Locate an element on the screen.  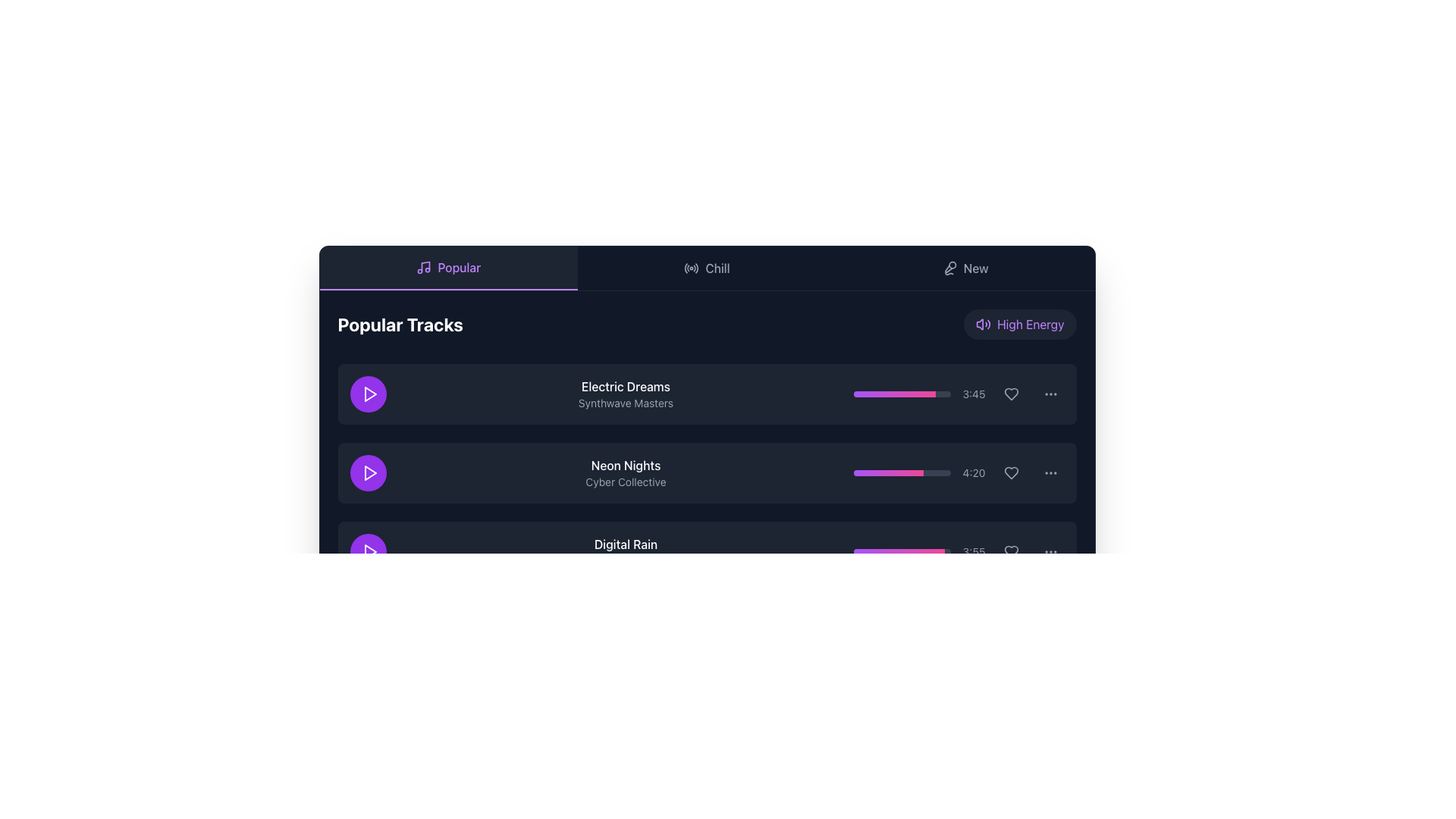
the progress bar indicating 72% completion, which has a gradient fill transitioning from purple to pink is located at coordinates (902, 472).